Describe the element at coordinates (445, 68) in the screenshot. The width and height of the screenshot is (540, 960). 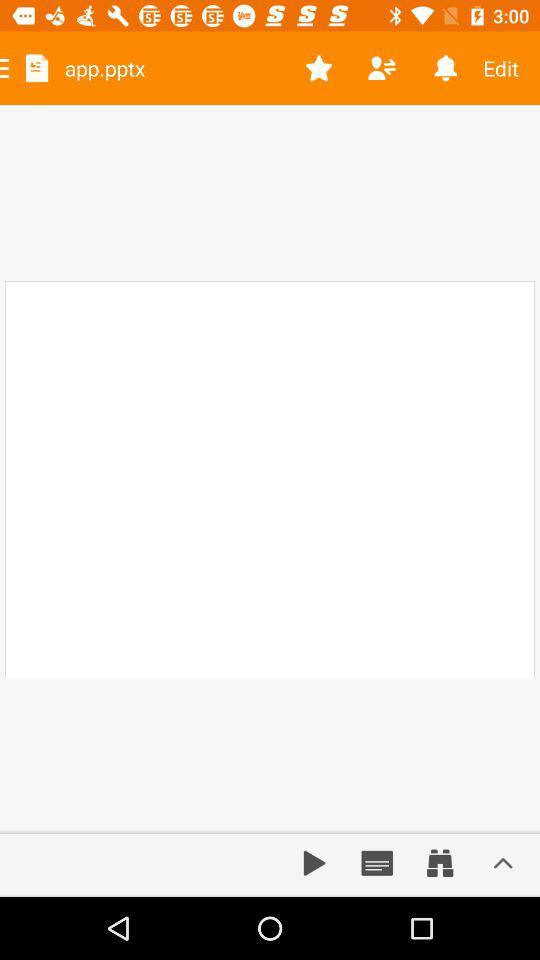
I see `the item to the left of the edit` at that location.